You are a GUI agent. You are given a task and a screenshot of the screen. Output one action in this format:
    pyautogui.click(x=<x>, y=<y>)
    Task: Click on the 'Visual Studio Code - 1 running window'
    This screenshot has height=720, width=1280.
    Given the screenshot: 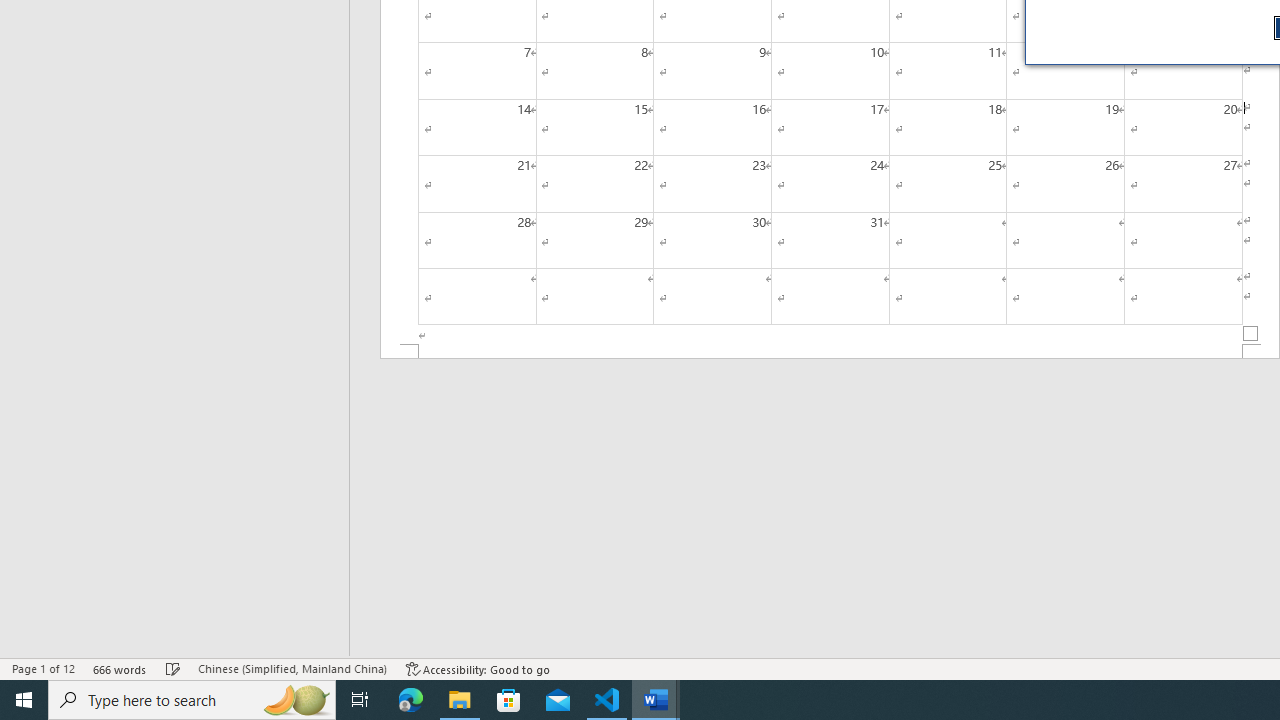 What is the action you would take?
    pyautogui.click(x=606, y=698)
    